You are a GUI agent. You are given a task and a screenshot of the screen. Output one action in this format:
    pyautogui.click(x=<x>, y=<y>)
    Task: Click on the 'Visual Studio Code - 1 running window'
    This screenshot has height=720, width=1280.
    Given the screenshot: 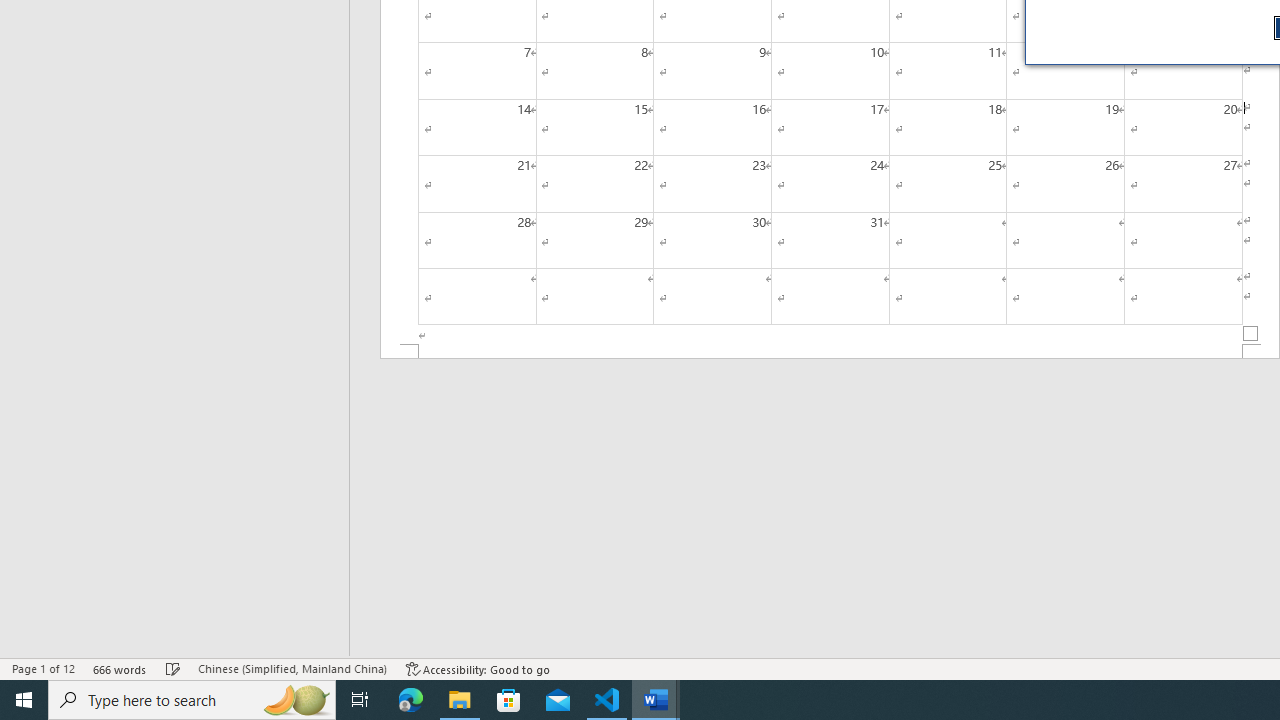 What is the action you would take?
    pyautogui.click(x=606, y=698)
    